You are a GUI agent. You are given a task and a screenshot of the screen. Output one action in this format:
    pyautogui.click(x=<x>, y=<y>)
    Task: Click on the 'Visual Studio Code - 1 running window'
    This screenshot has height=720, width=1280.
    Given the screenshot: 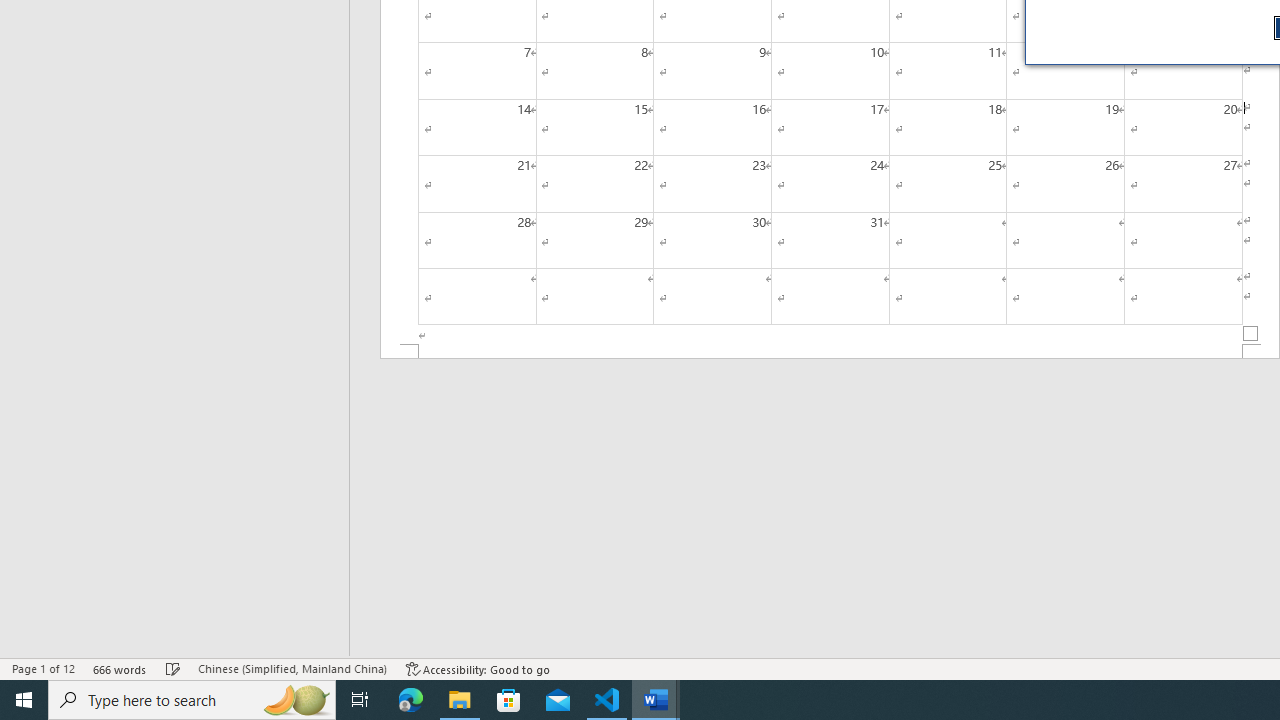 What is the action you would take?
    pyautogui.click(x=606, y=698)
    